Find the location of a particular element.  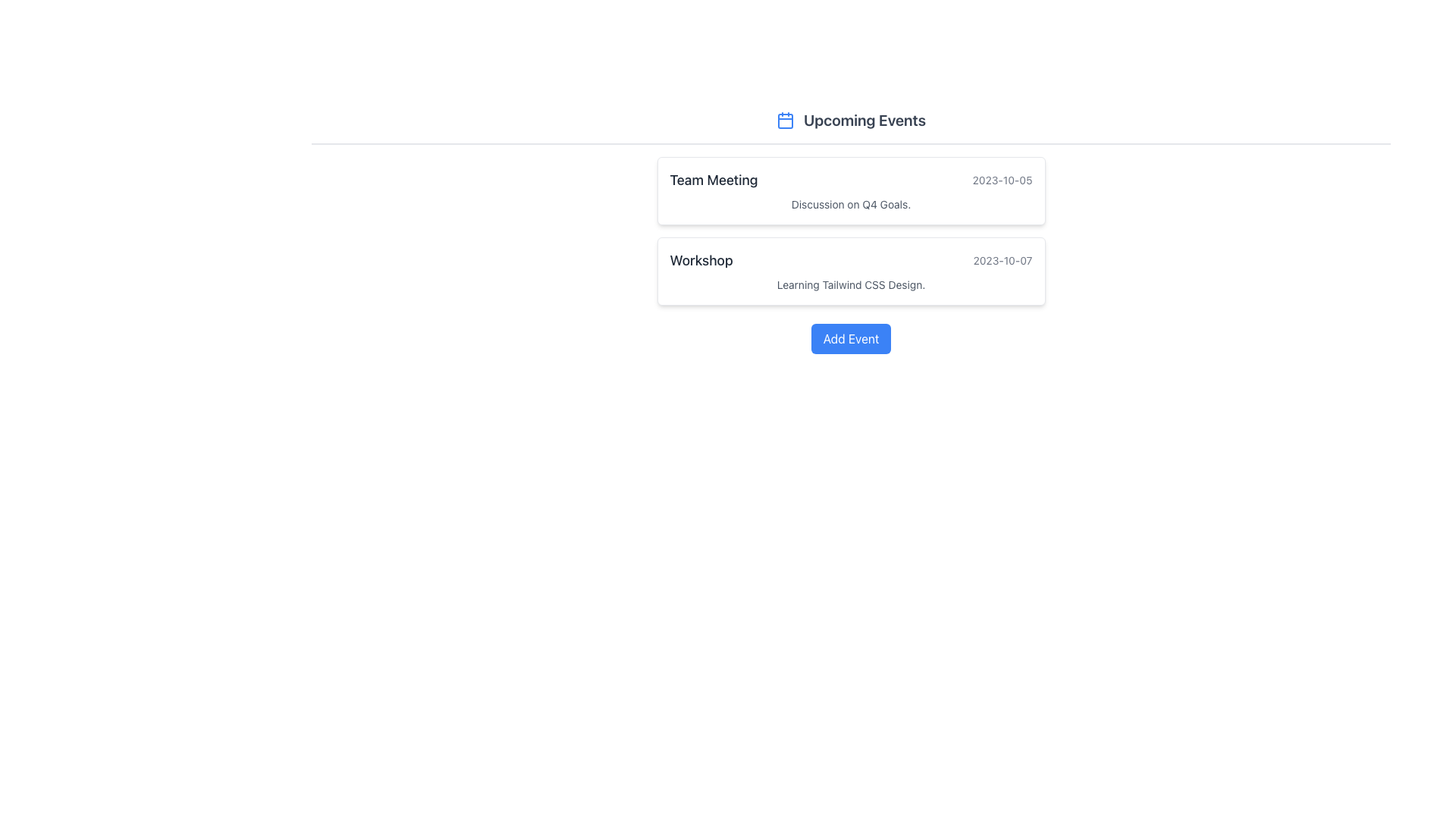

the 'Team Meeting' text element displayed in bold and large font, indicating a title or heading is located at coordinates (713, 180).